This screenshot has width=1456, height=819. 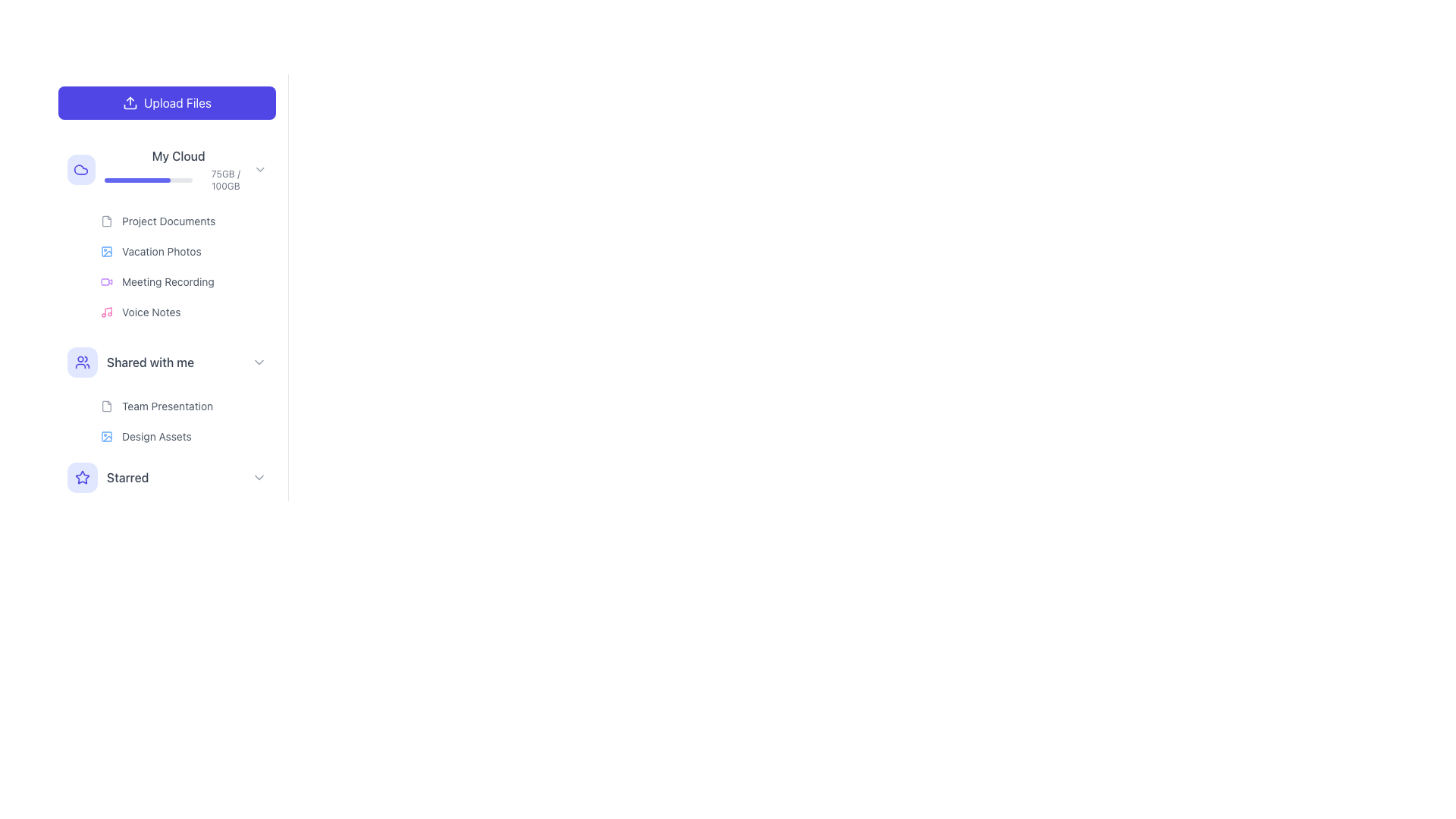 What do you see at coordinates (82, 476) in the screenshot?
I see `the graphical icon located in the left pane under the 'Starred' section, adjacent to the label 'Starred'` at bounding box center [82, 476].